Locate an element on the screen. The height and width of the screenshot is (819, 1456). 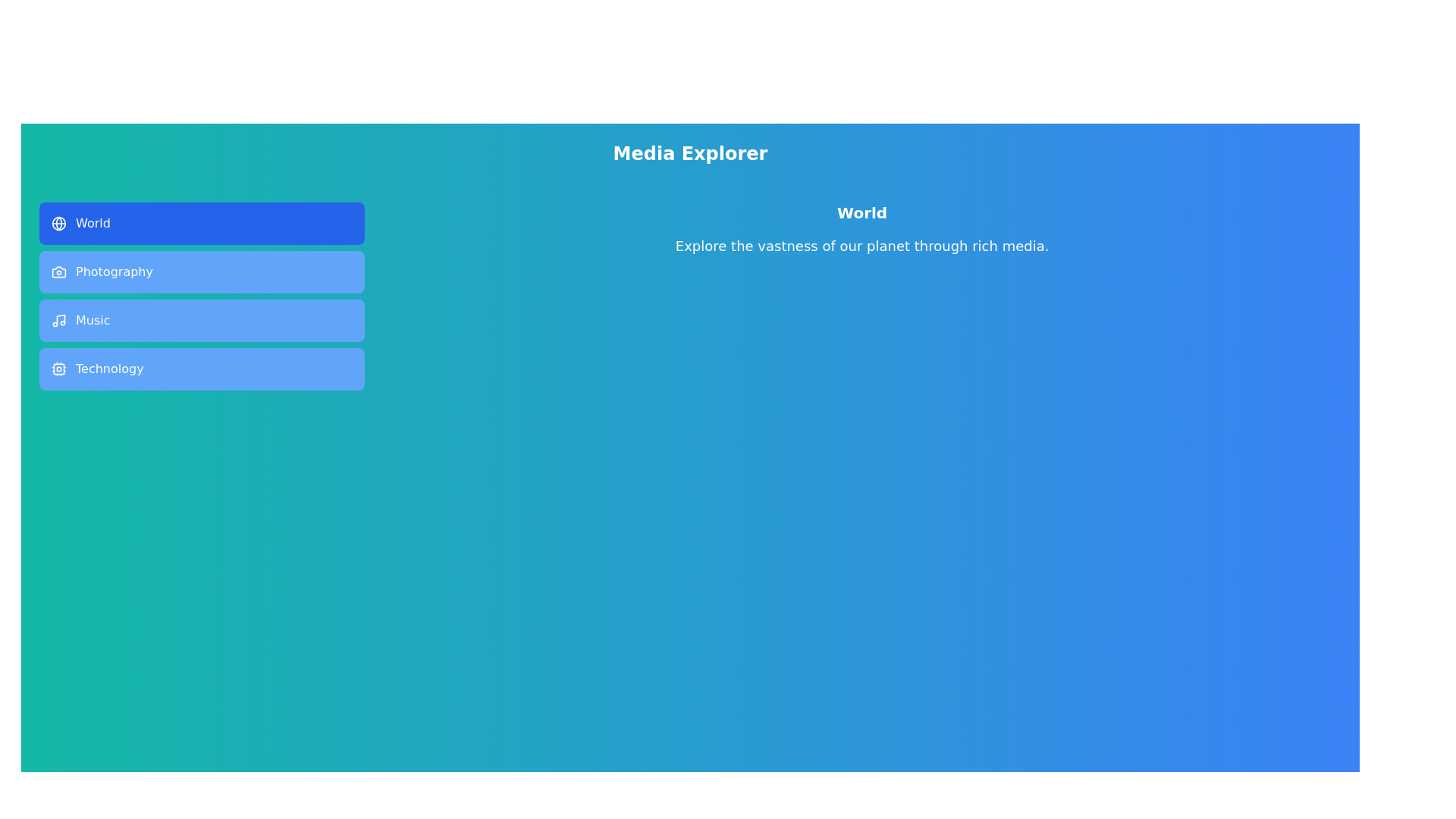
the icon of the Music tab to examine it is located at coordinates (58, 320).